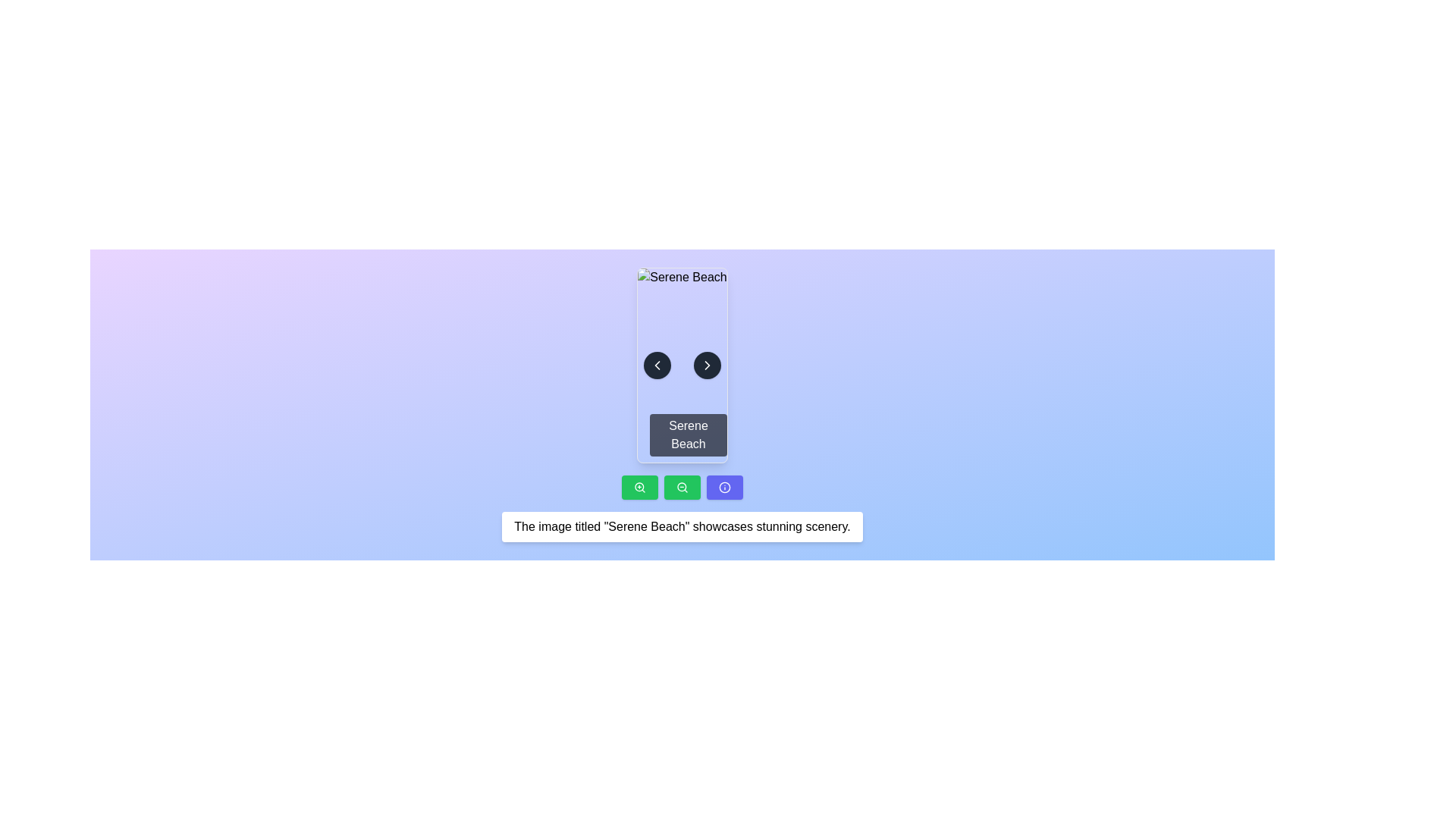 The image size is (1456, 819). I want to click on the button located, so click(657, 366).